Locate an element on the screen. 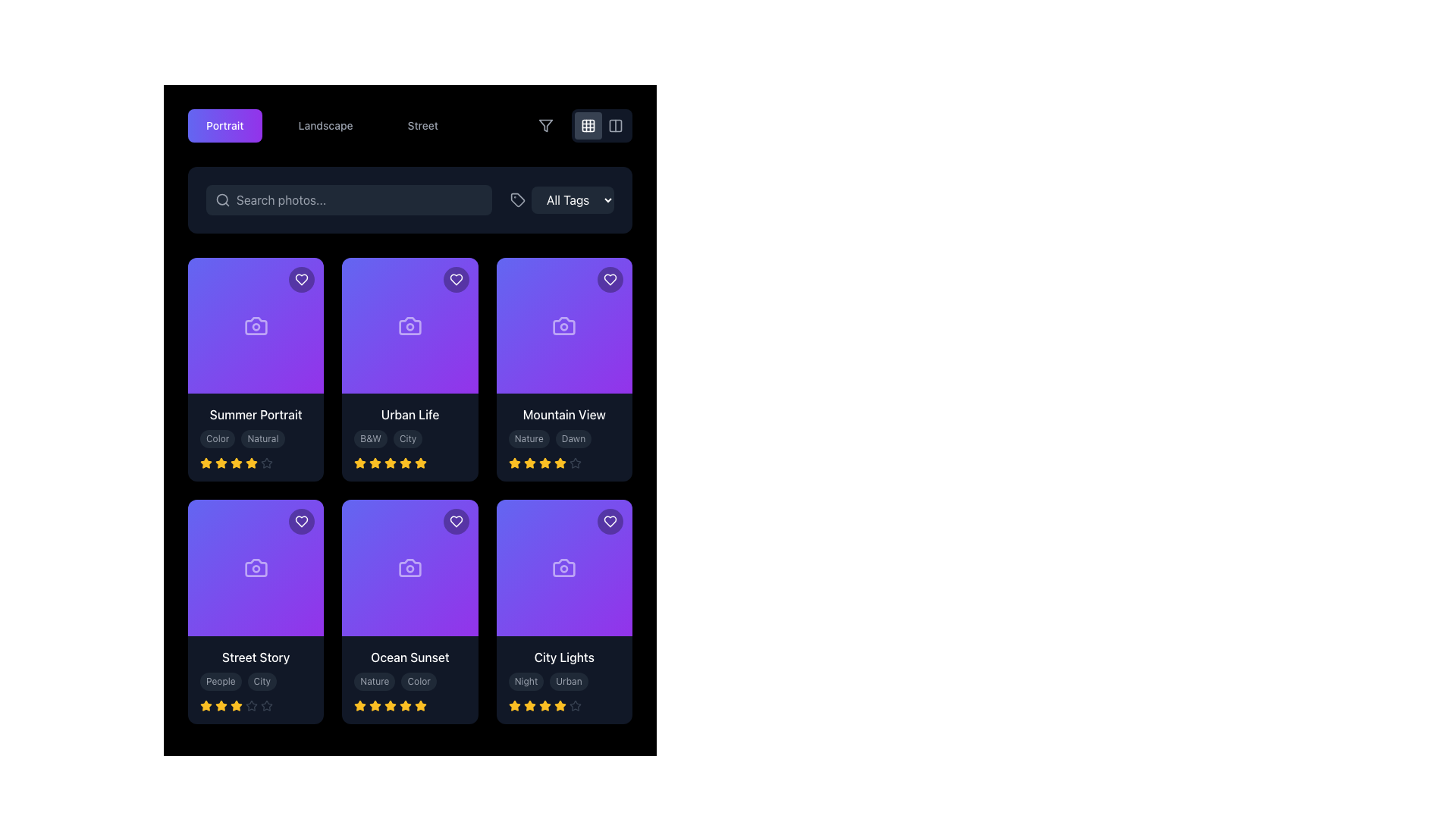 This screenshot has height=819, width=1456. displayed tags 'Night' and 'Urban' from the 'City Lights' photo category card located in the bottom-right corner of the grid layout is located at coordinates (563, 610).